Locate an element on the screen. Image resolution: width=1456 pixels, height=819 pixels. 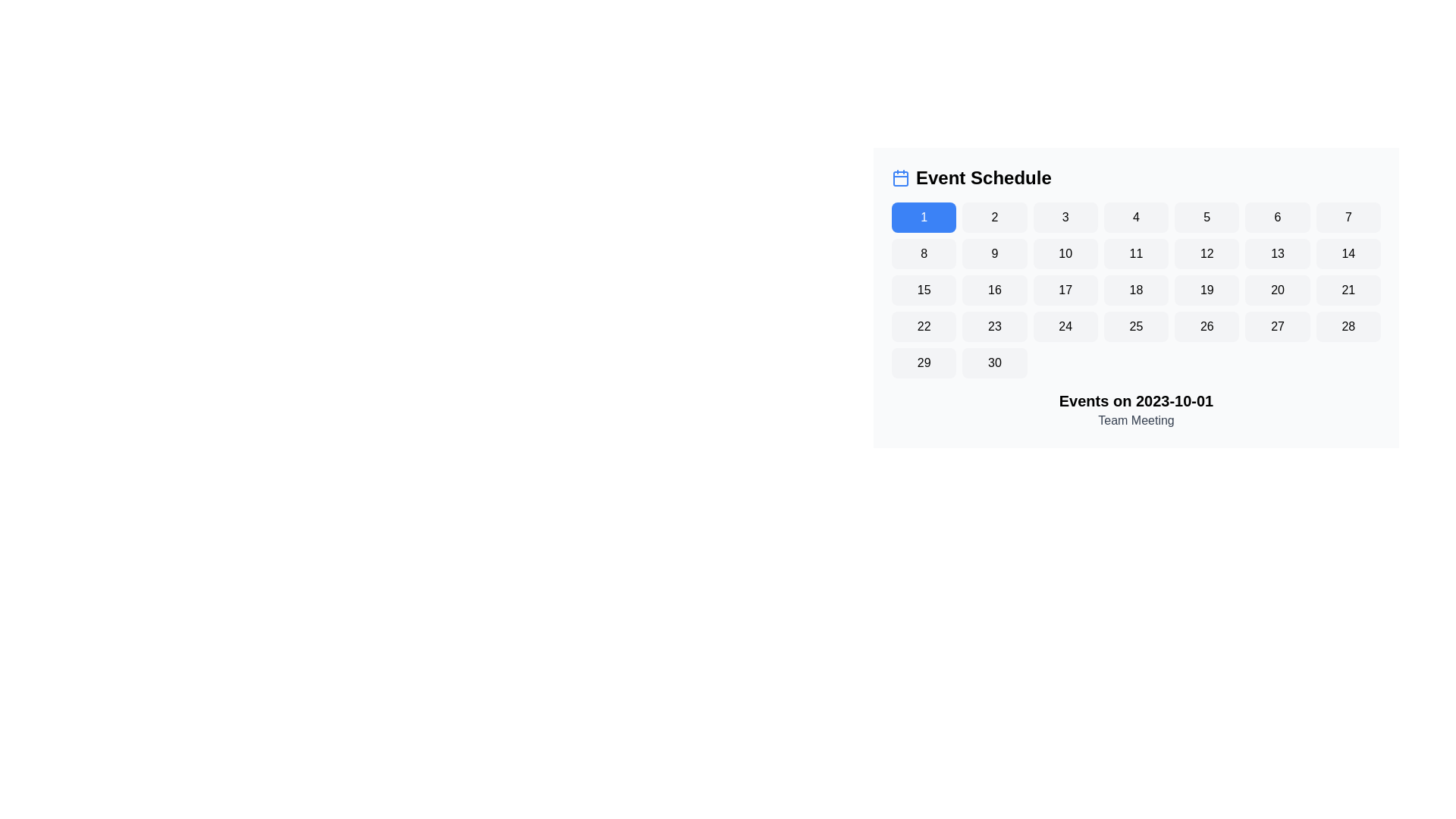
the rectangular button labeled '29' with a light gray background and black text is located at coordinates (923, 362).